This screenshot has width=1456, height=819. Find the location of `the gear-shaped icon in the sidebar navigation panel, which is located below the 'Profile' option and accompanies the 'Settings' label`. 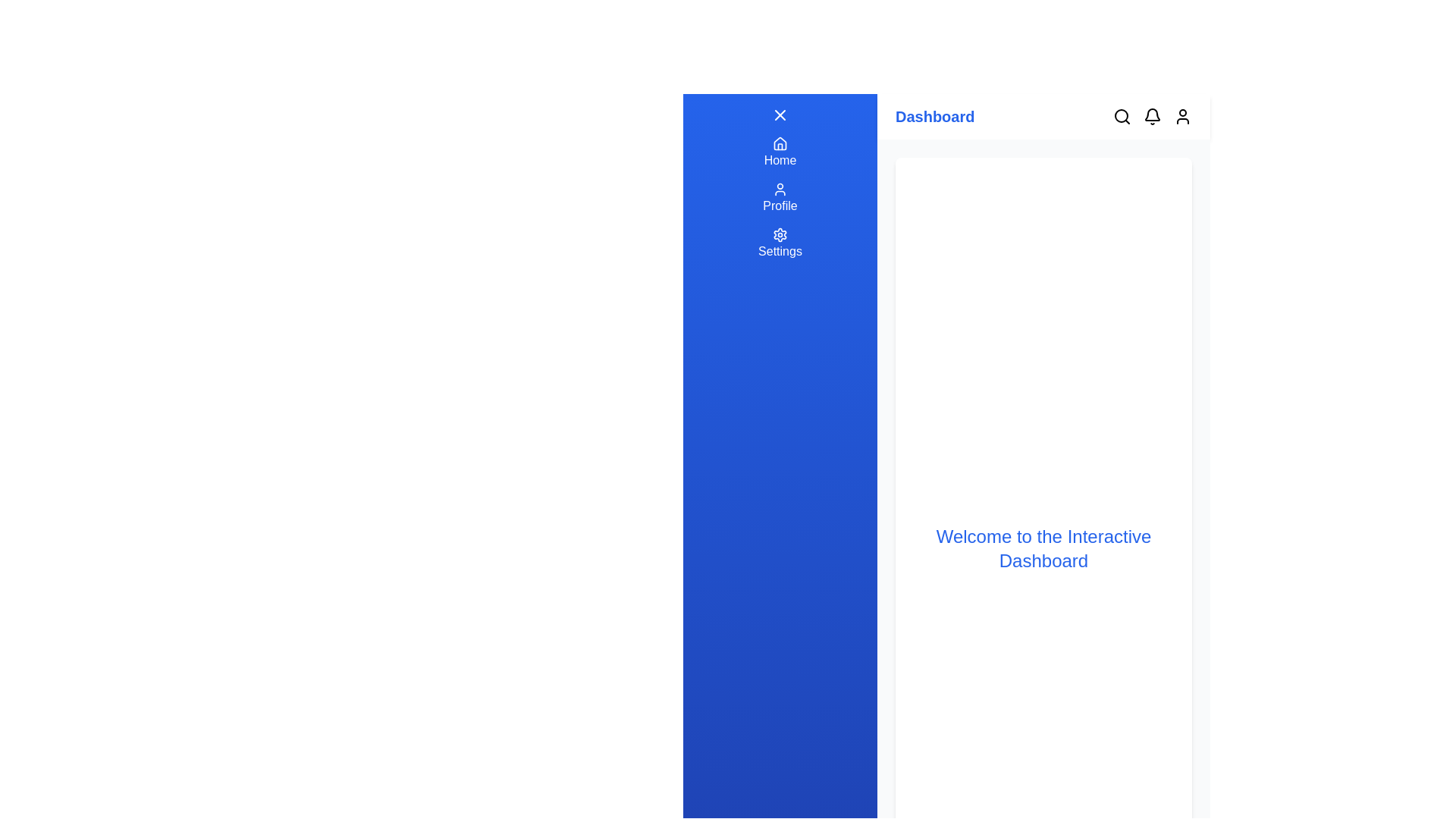

the gear-shaped icon in the sidebar navigation panel, which is located below the 'Profile' option and accompanies the 'Settings' label is located at coordinates (780, 234).